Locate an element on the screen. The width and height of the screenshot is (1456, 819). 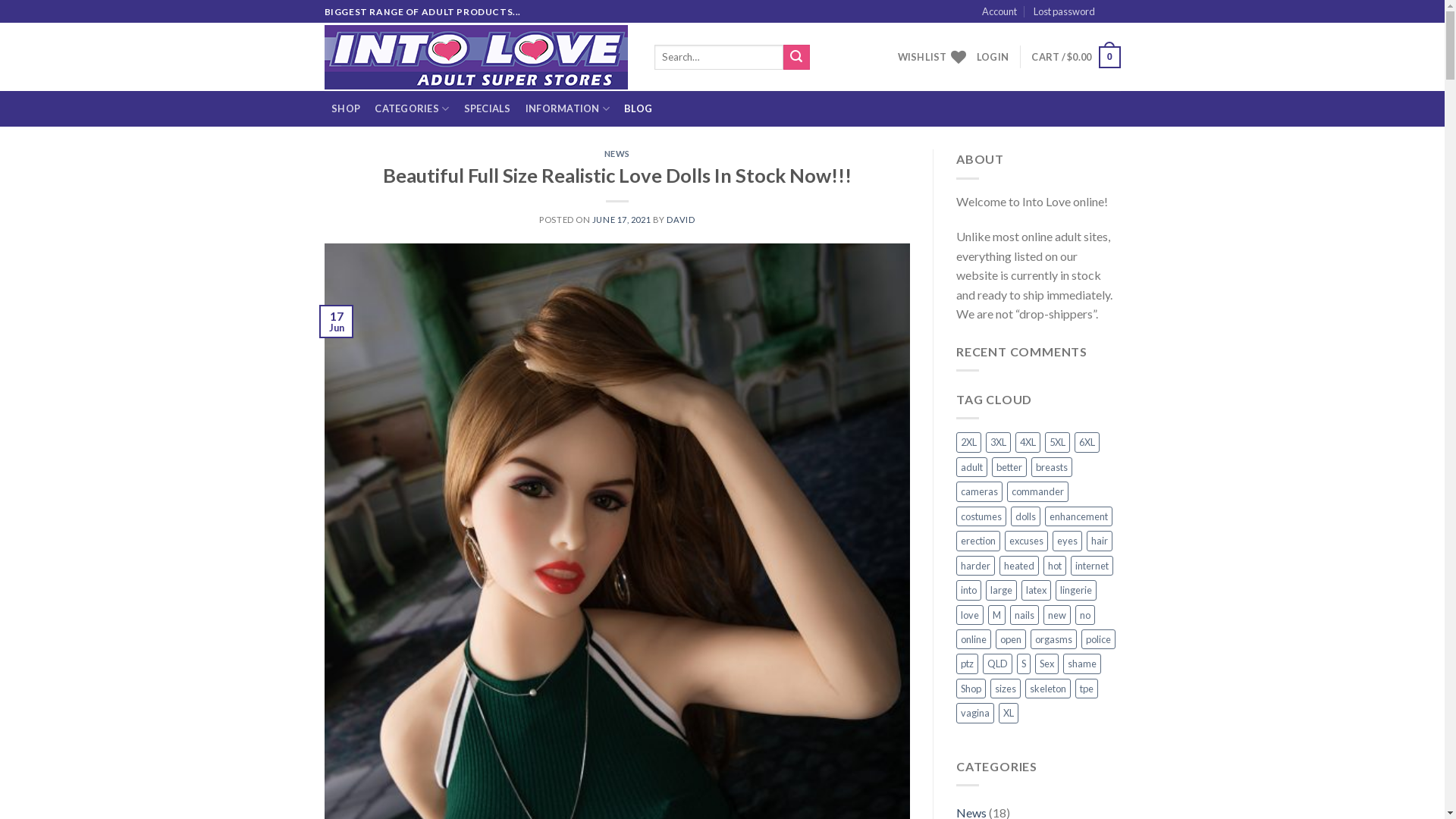
'nails' is located at coordinates (1009, 614).